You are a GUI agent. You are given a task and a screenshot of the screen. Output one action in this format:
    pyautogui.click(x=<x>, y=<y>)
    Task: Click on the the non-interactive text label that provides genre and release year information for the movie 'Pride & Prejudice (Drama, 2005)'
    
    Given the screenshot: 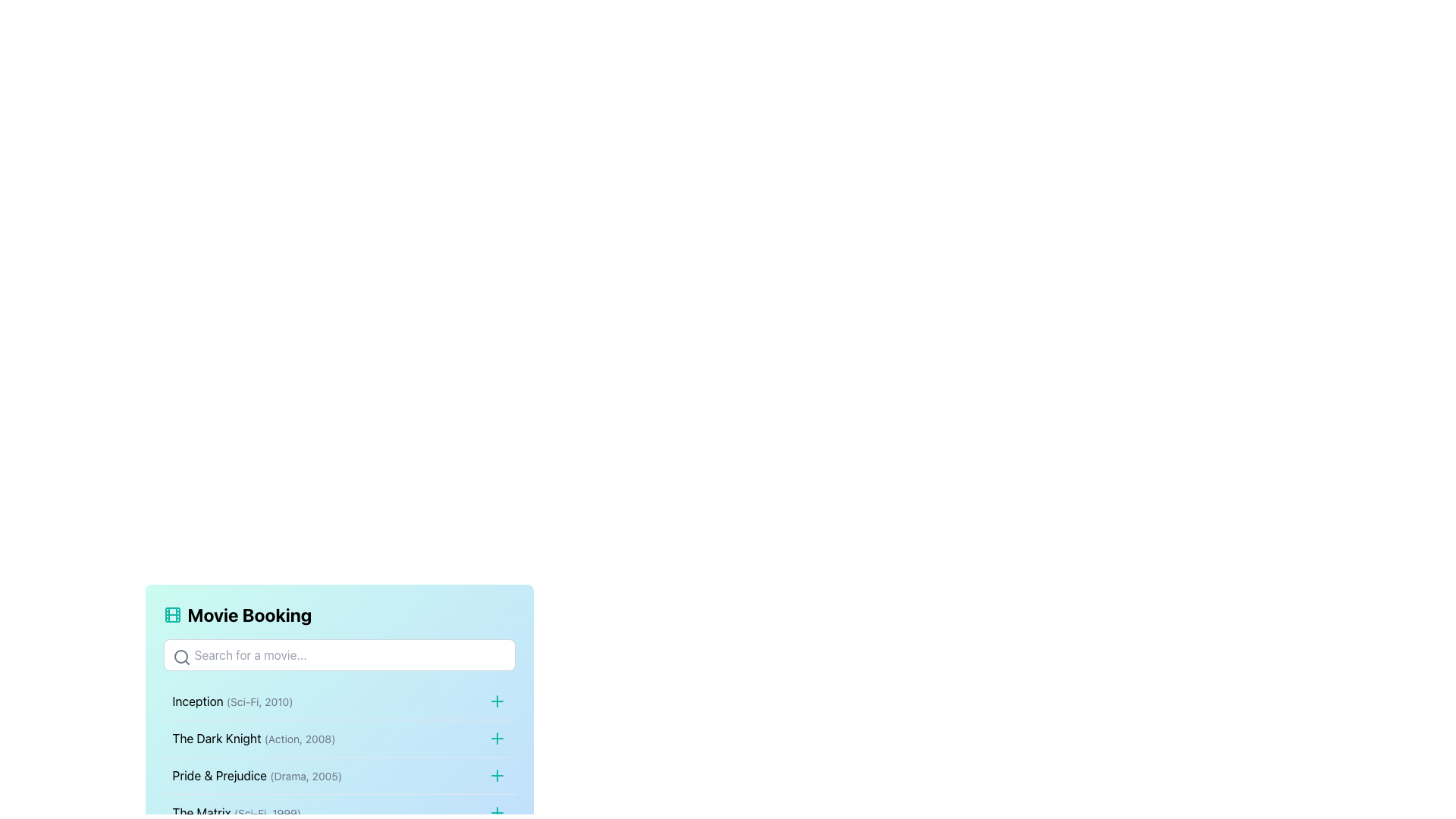 What is the action you would take?
    pyautogui.click(x=305, y=776)
    